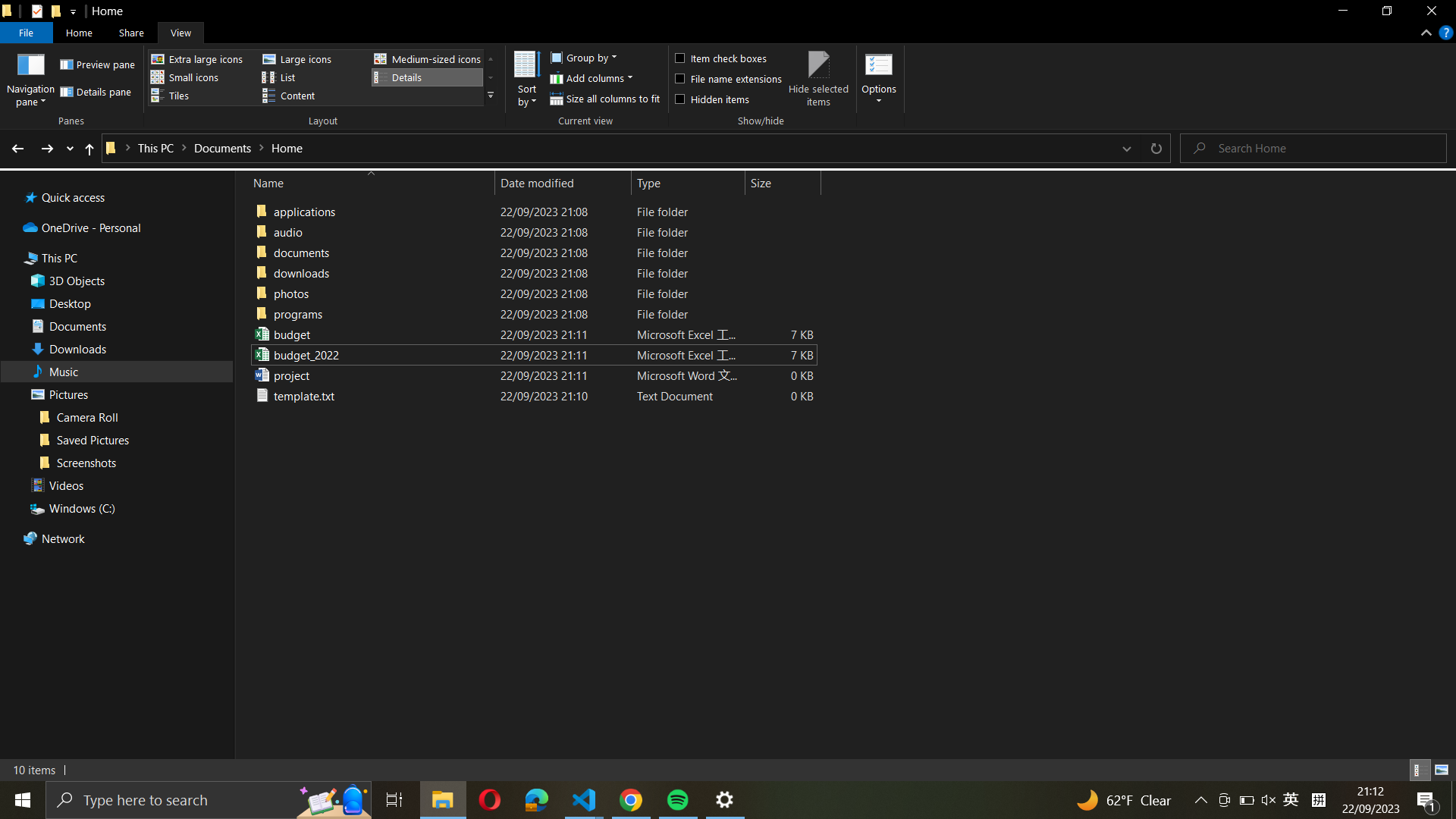 The image size is (1456, 819). Describe the element at coordinates (531, 271) in the screenshot. I see `Organize the files in "documents" directory in an alphabetical order` at that location.